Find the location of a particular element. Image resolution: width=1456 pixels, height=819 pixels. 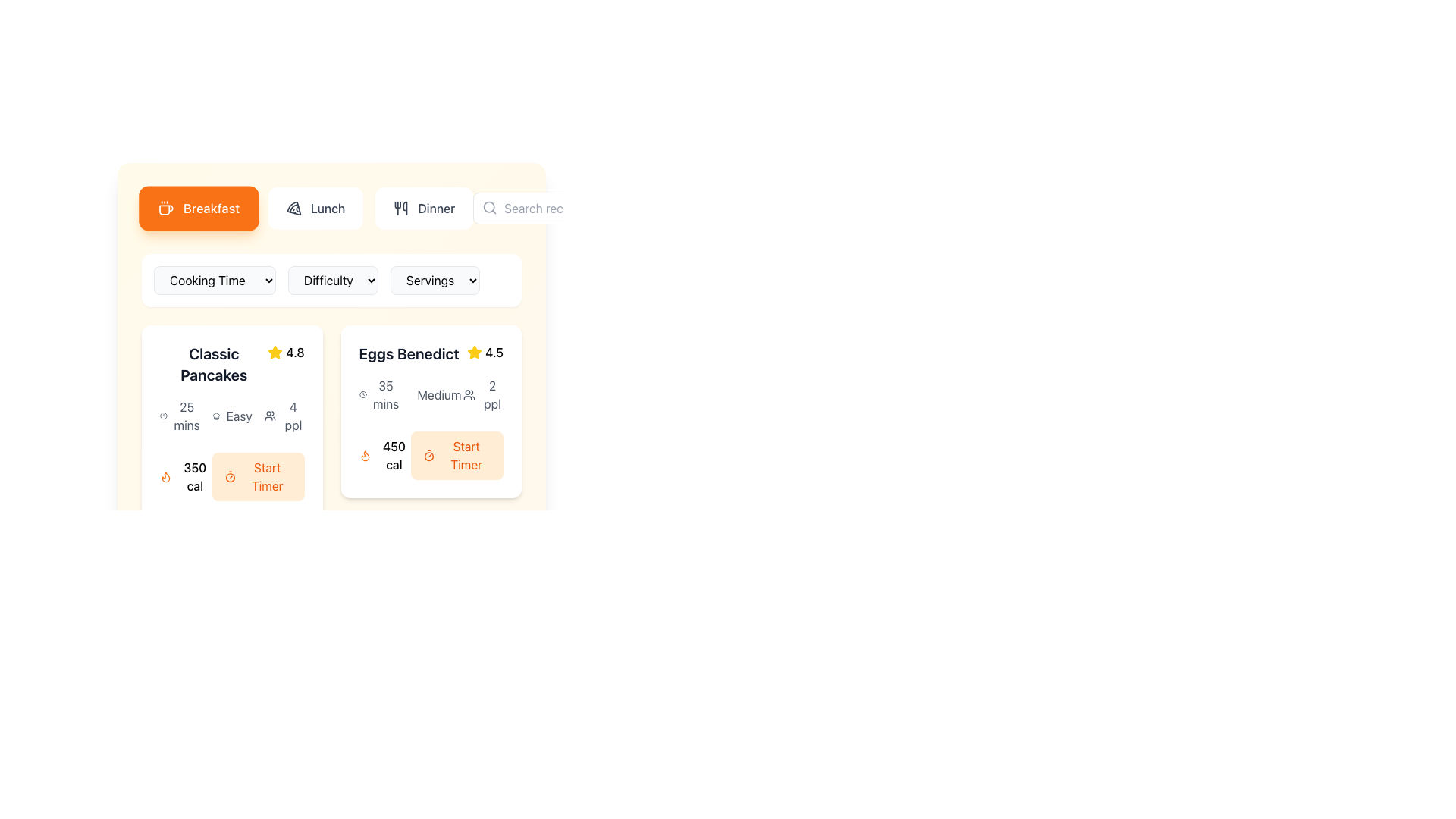

text '4 ppl' displayed alongside the user icon in the bottom section of the recipe card for 'Classic Pancakes' is located at coordinates (284, 416).